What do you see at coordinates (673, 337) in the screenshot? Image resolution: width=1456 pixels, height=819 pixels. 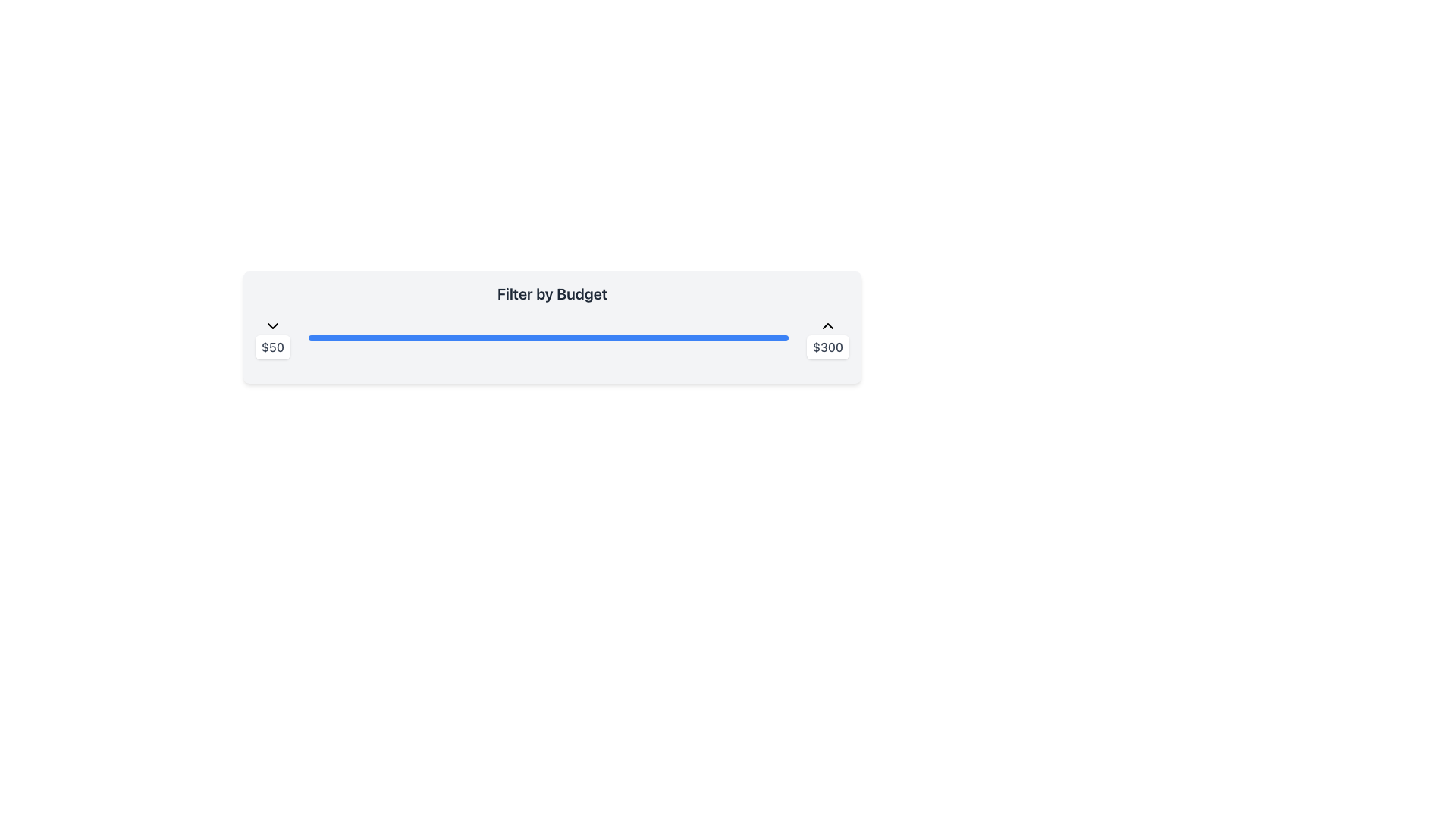 I see `the value of the slider` at bounding box center [673, 337].